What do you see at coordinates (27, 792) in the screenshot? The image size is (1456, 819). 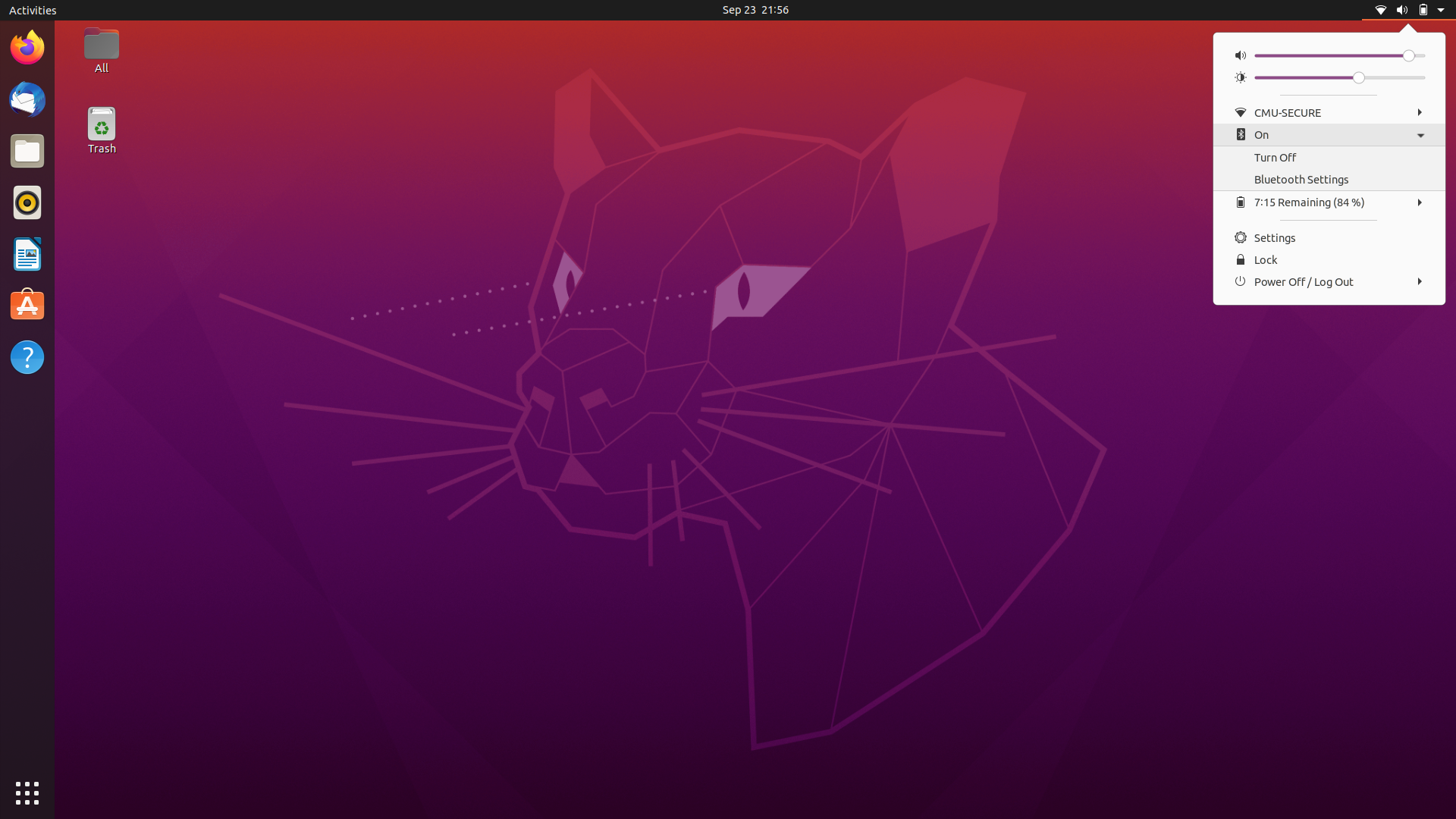 I see `All Apps` at bounding box center [27, 792].